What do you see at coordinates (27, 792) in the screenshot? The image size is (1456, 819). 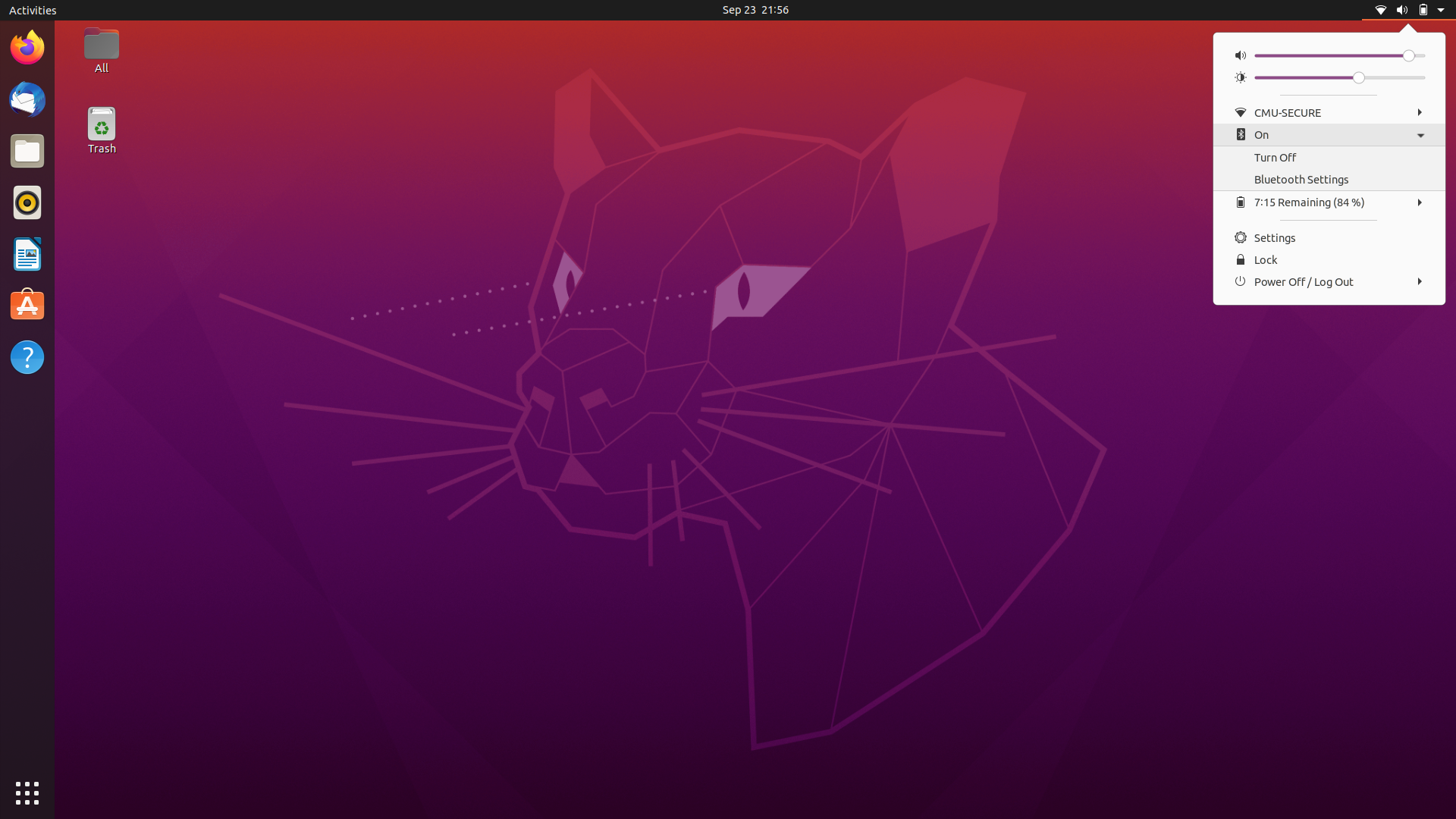 I see `All Apps` at bounding box center [27, 792].